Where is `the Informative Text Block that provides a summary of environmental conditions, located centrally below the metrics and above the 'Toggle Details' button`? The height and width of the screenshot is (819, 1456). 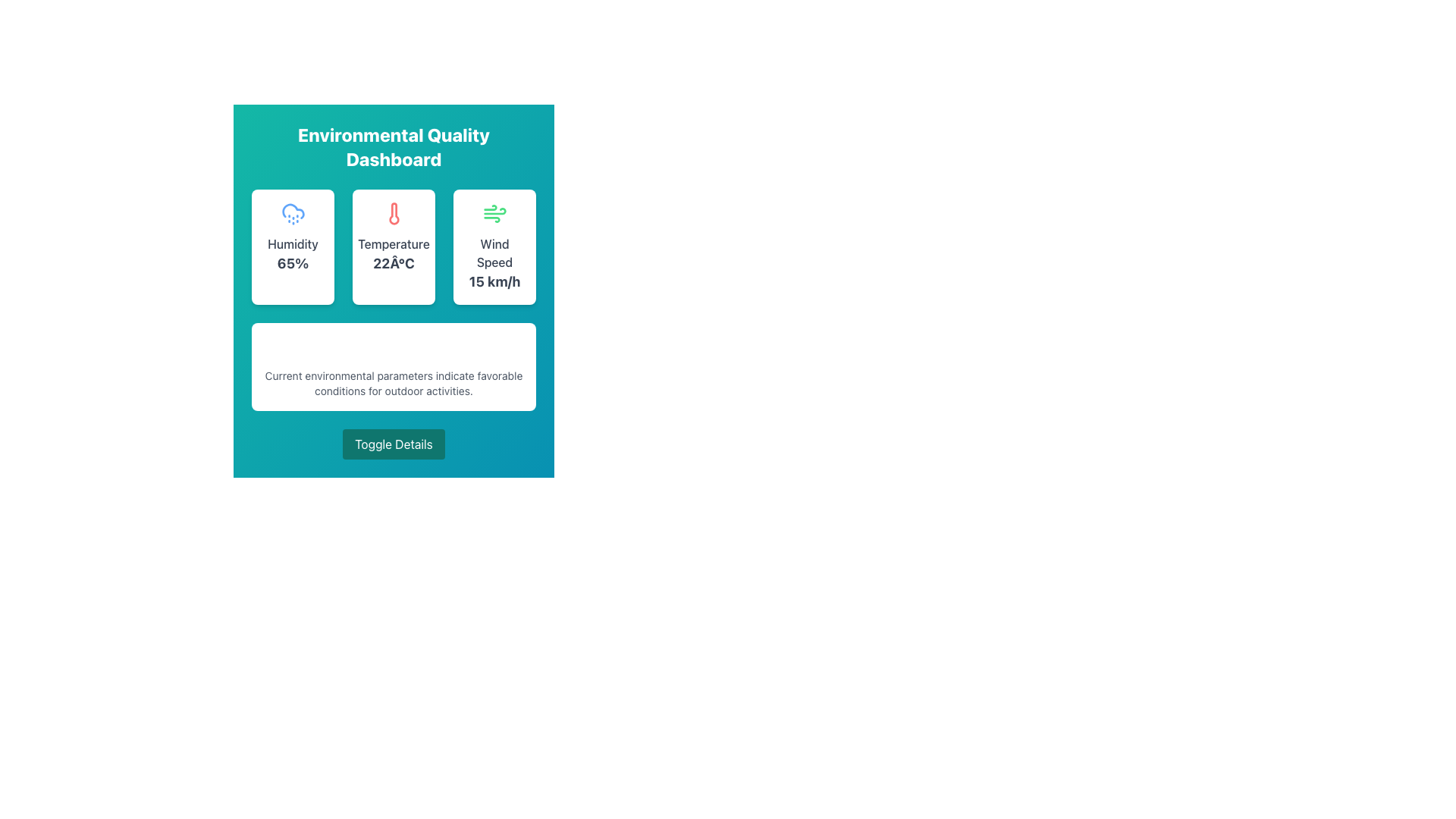 the Informative Text Block that provides a summary of environmental conditions, located centrally below the metrics and above the 'Toggle Details' button is located at coordinates (394, 366).